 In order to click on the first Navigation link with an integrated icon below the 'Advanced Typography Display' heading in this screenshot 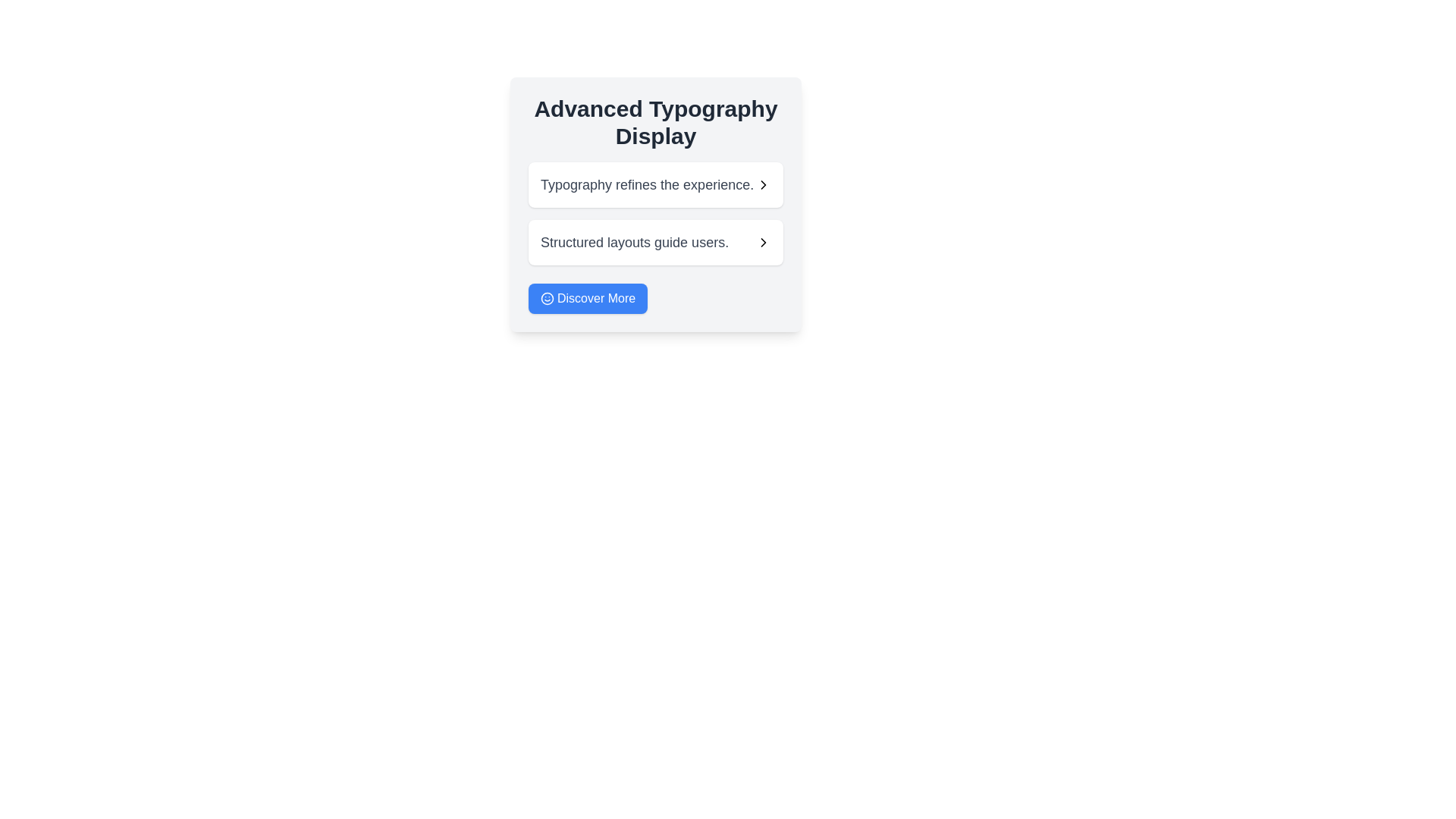, I will do `click(655, 184)`.